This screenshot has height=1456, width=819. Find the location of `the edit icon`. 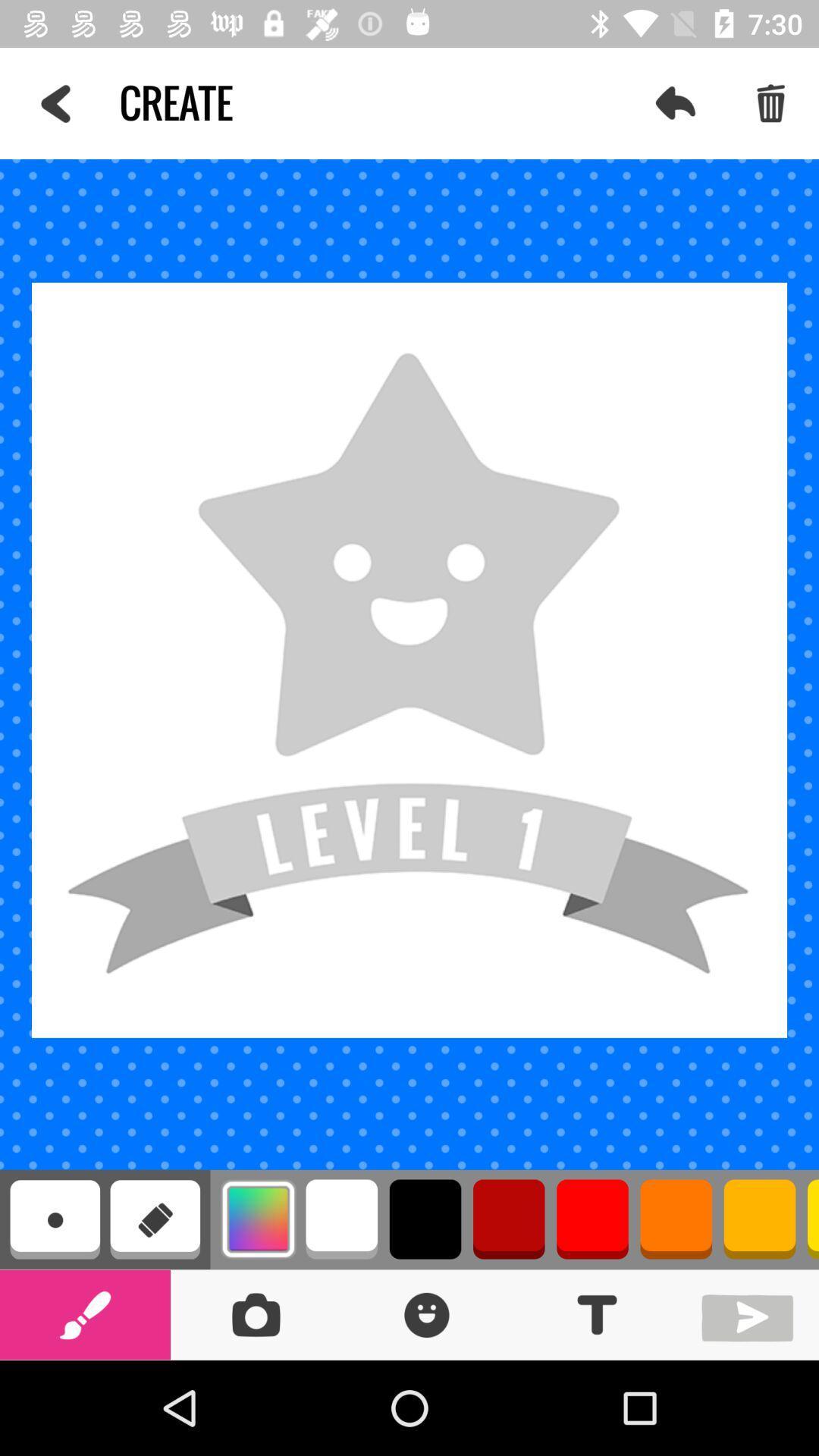

the edit icon is located at coordinates (85, 1313).